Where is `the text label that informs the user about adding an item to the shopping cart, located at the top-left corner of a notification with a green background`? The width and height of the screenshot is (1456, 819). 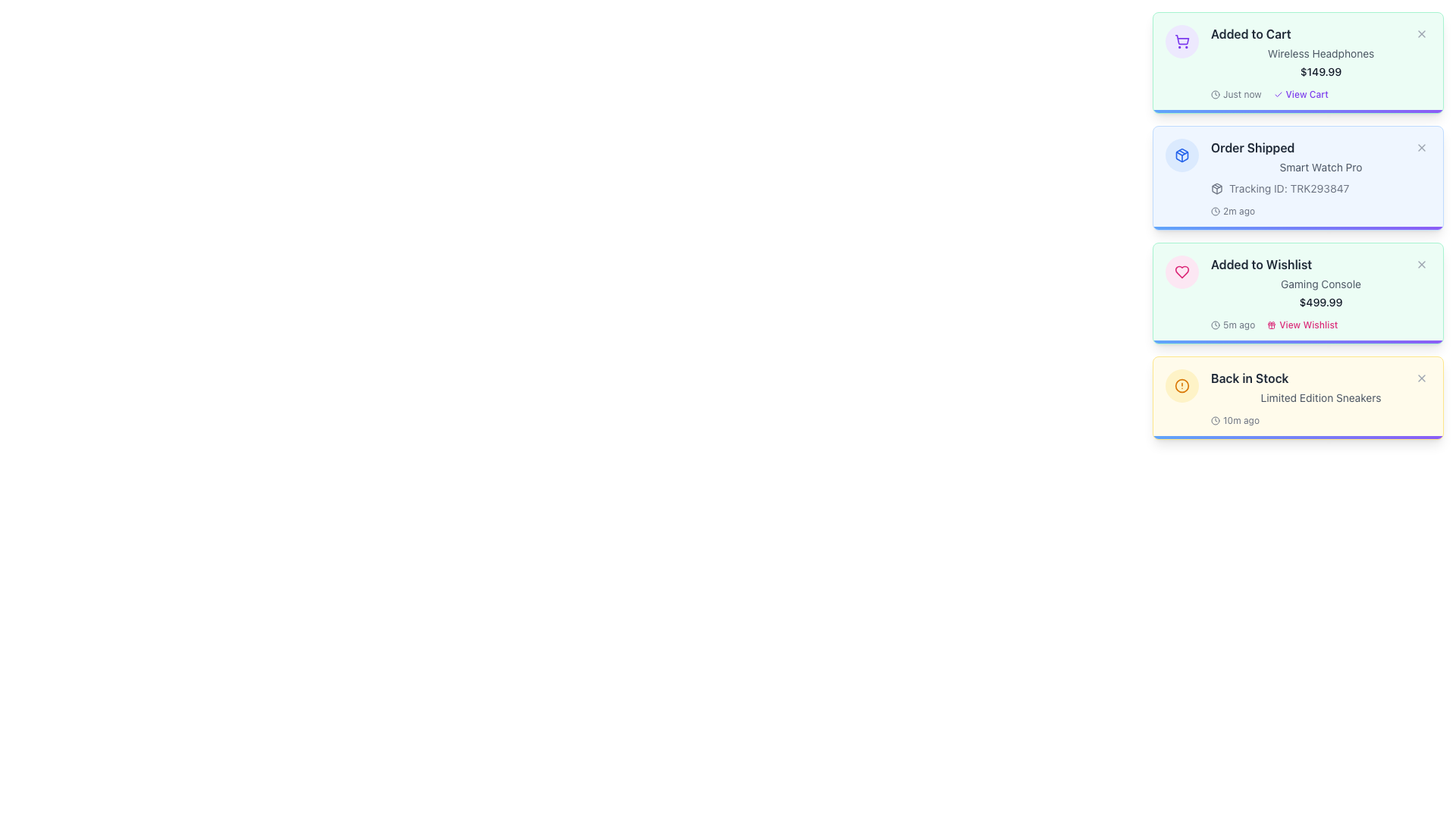 the text label that informs the user about adding an item to the shopping cart, located at the top-left corner of a notification with a green background is located at coordinates (1250, 34).